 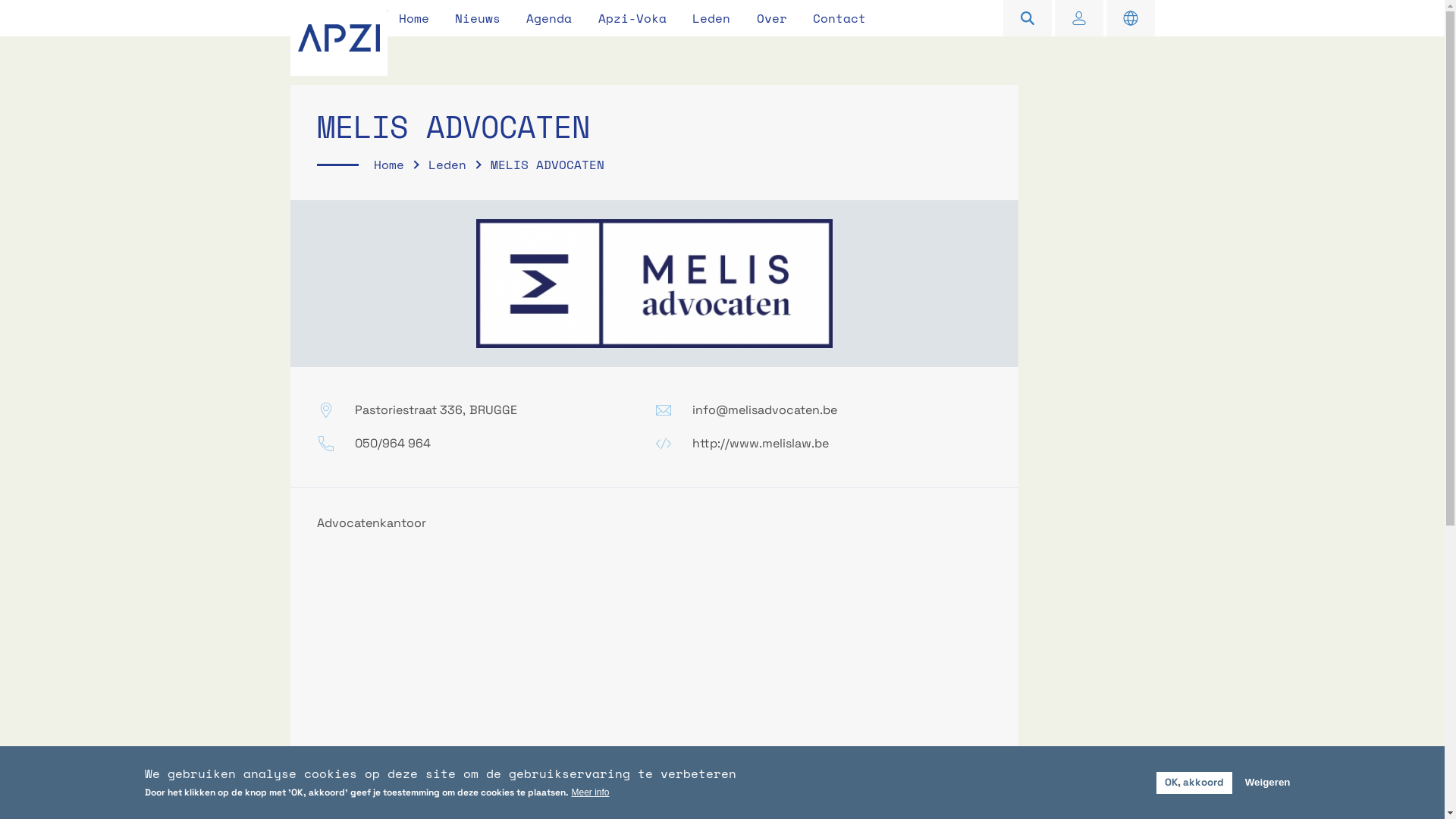 What do you see at coordinates (1026, 17) in the screenshot?
I see `'Zoeken'` at bounding box center [1026, 17].